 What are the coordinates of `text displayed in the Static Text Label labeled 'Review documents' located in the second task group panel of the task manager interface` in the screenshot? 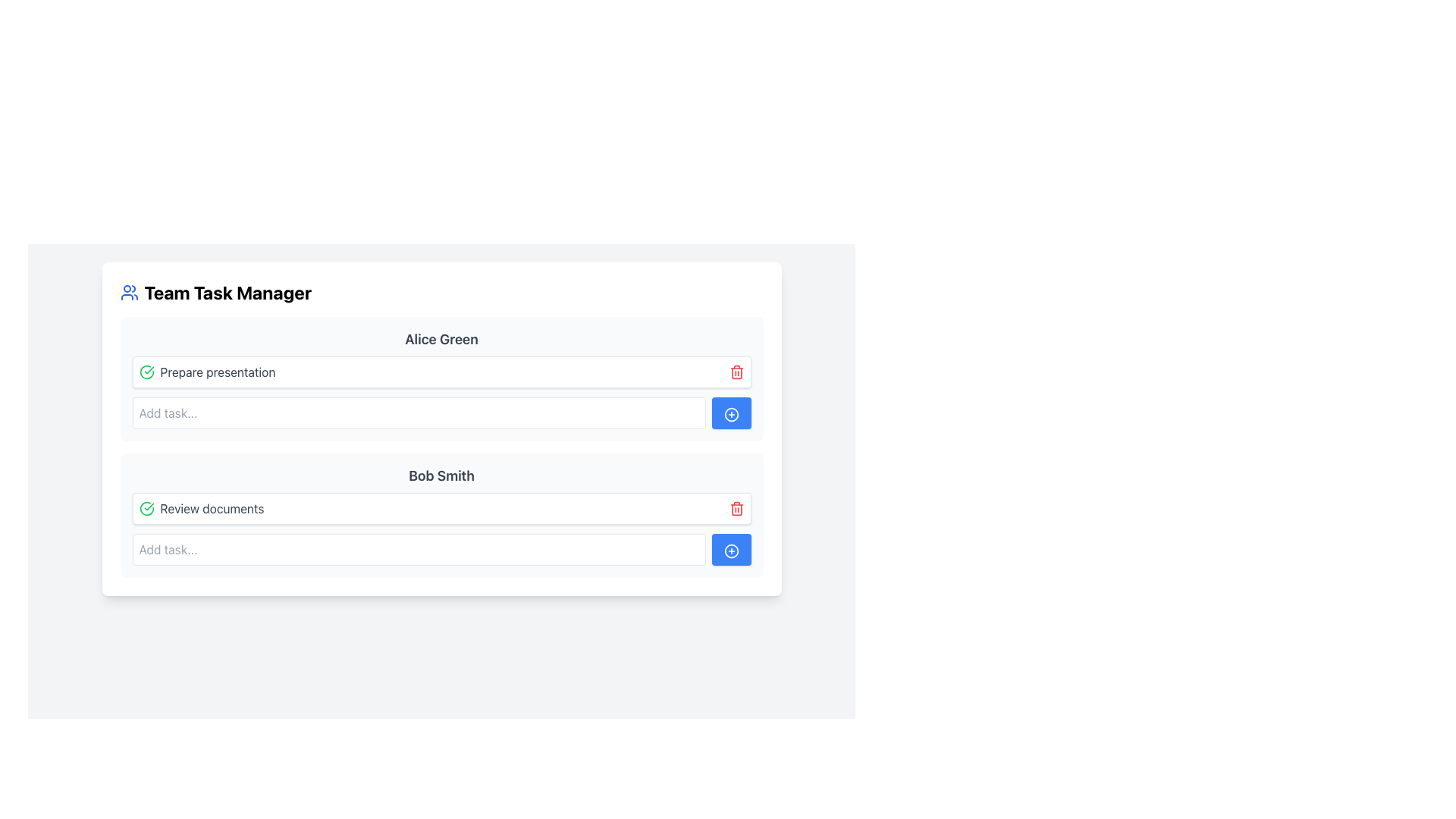 It's located at (441, 475).